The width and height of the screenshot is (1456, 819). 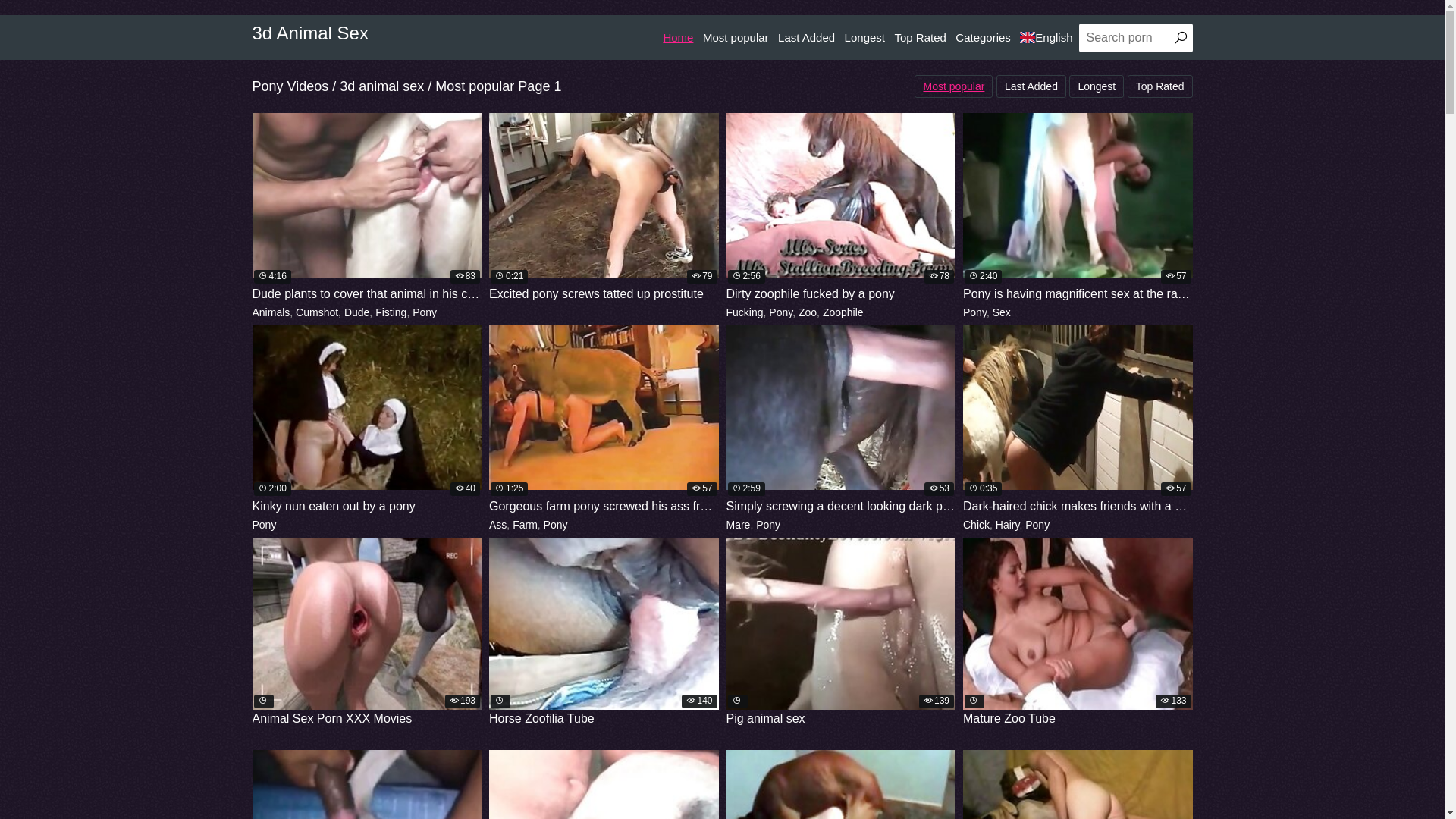 I want to click on '193, so click(x=366, y=632).